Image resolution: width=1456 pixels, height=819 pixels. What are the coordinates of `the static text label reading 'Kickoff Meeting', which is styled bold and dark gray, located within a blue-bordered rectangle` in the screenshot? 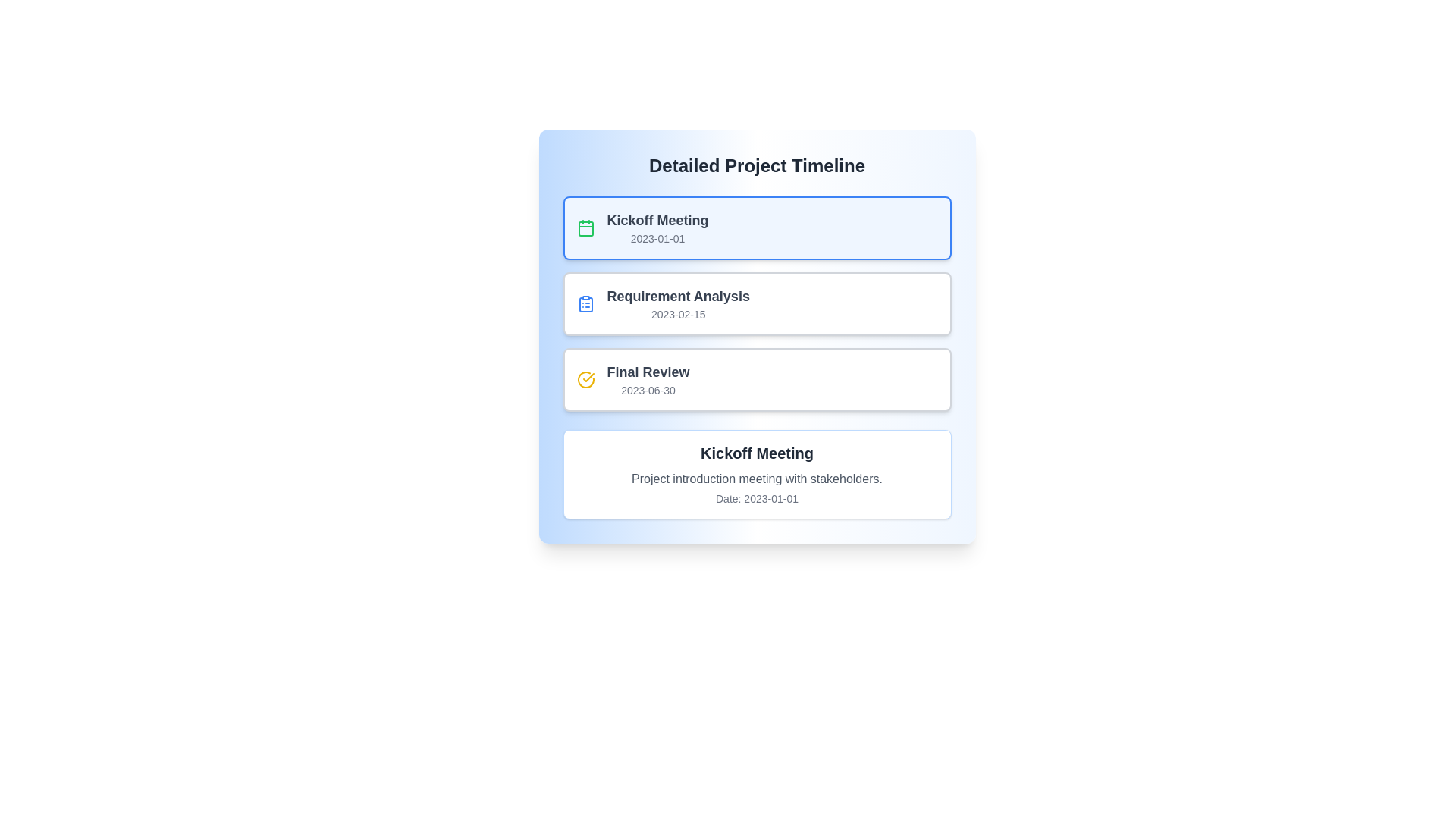 It's located at (657, 220).